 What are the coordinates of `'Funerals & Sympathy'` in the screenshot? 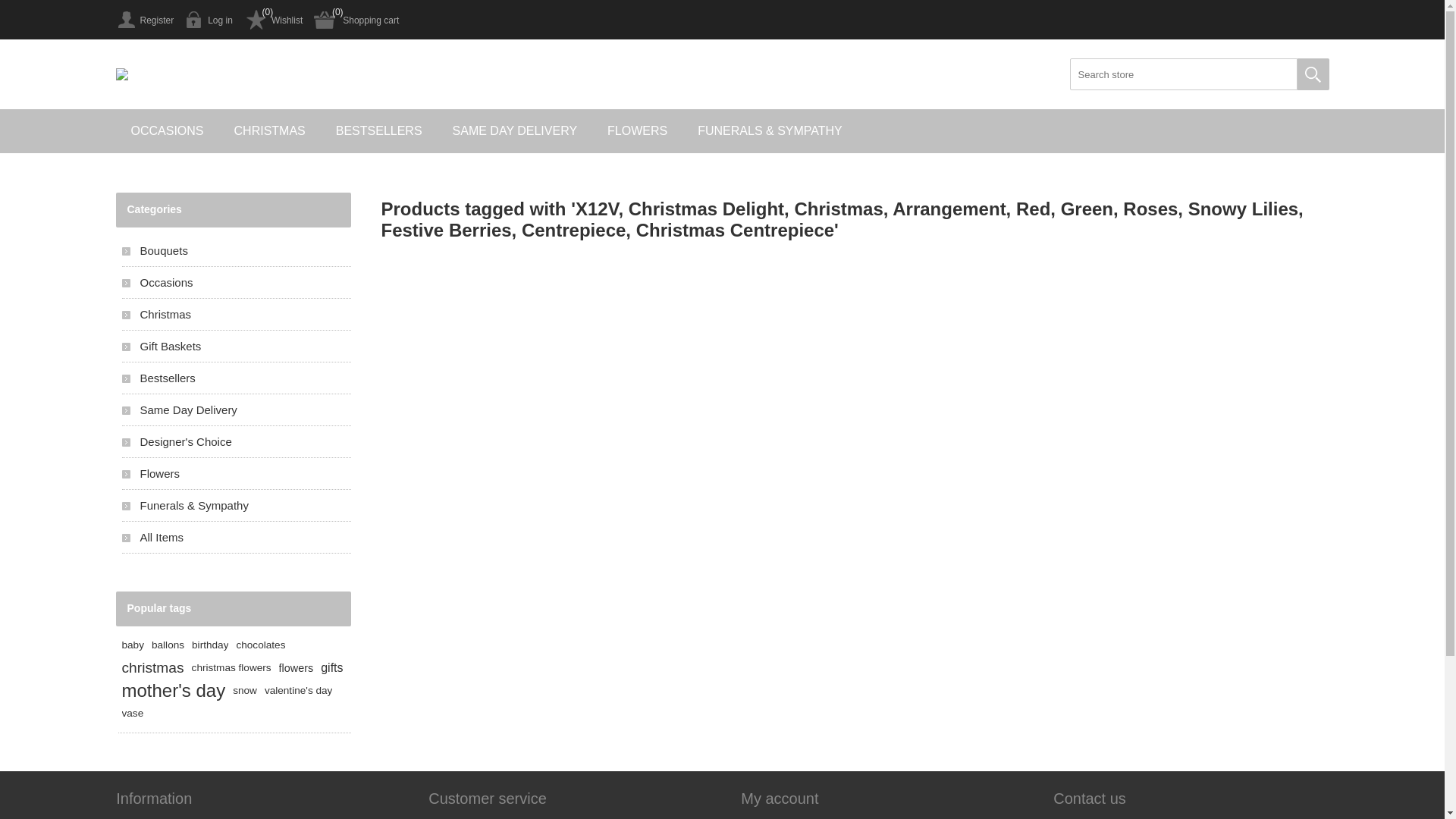 It's located at (235, 505).